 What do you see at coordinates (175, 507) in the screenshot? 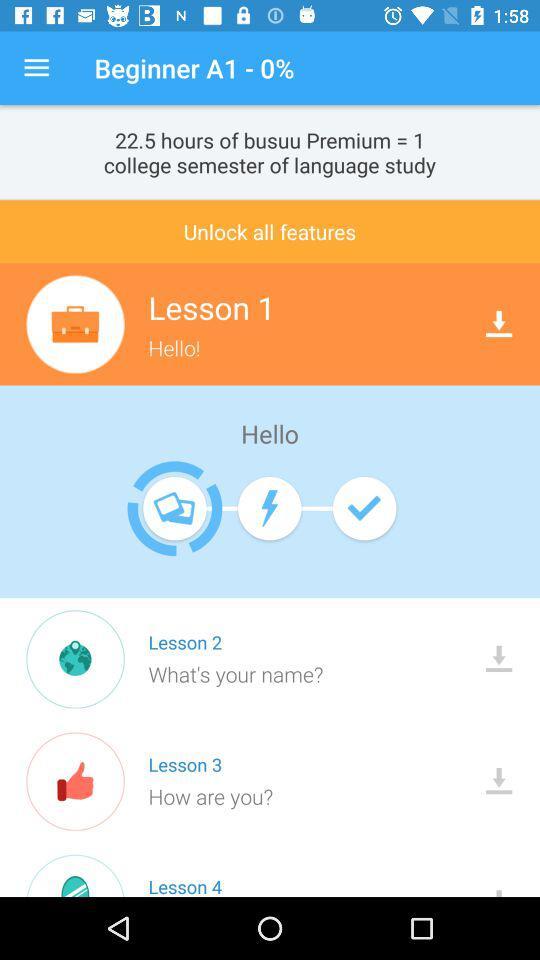
I see `the icon which is to the left side of battery indicator icon` at bounding box center [175, 507].